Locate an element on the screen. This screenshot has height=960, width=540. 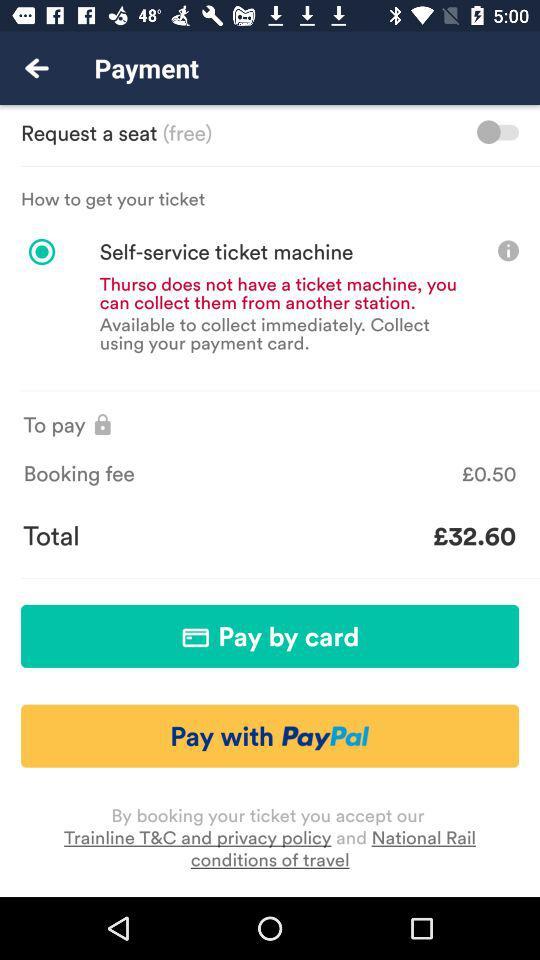
open contextual information is located at coordinates (508, 249).